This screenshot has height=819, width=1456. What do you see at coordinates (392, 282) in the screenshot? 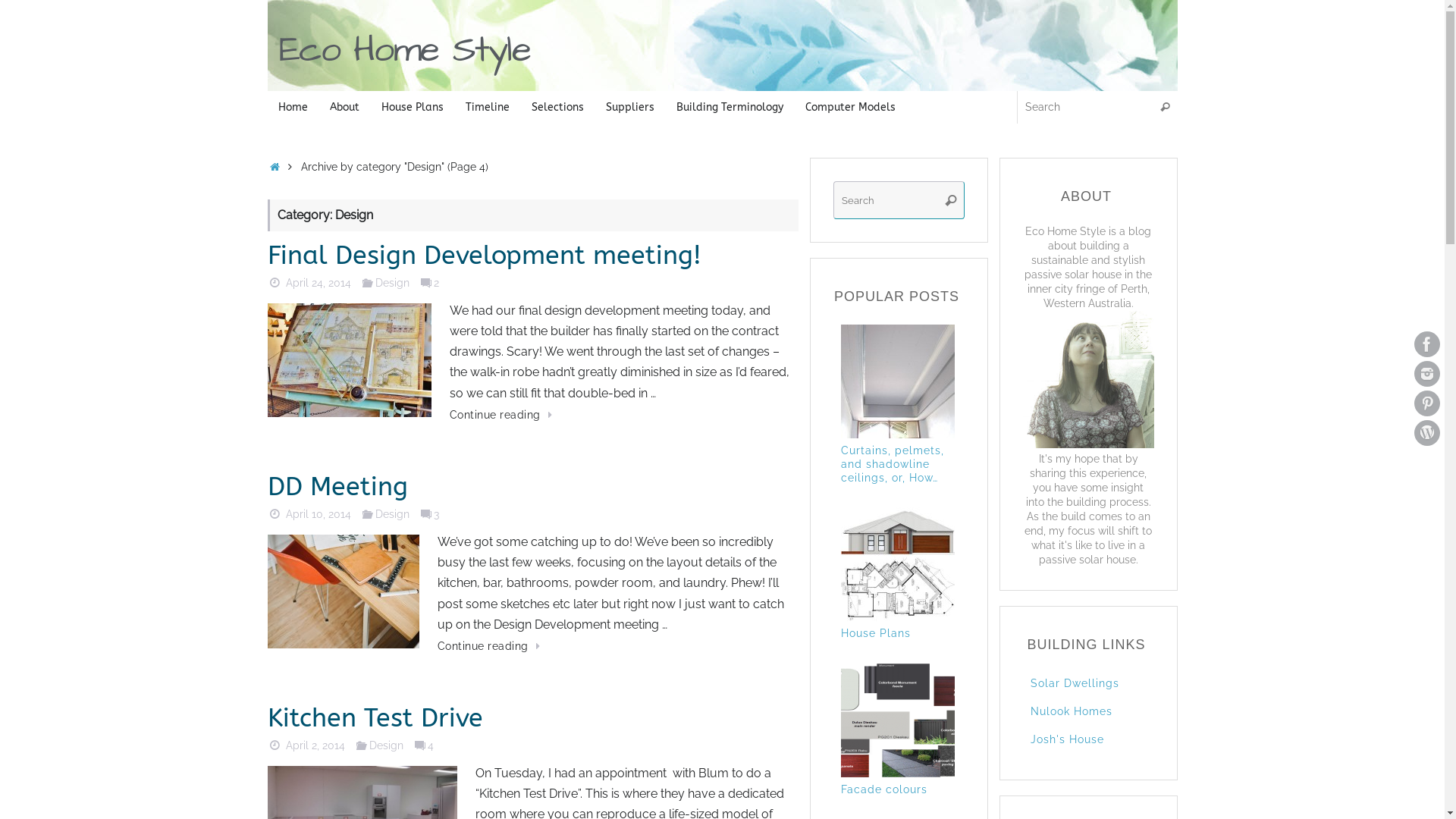
I see `'Design'` at bounding box center [392, 282].